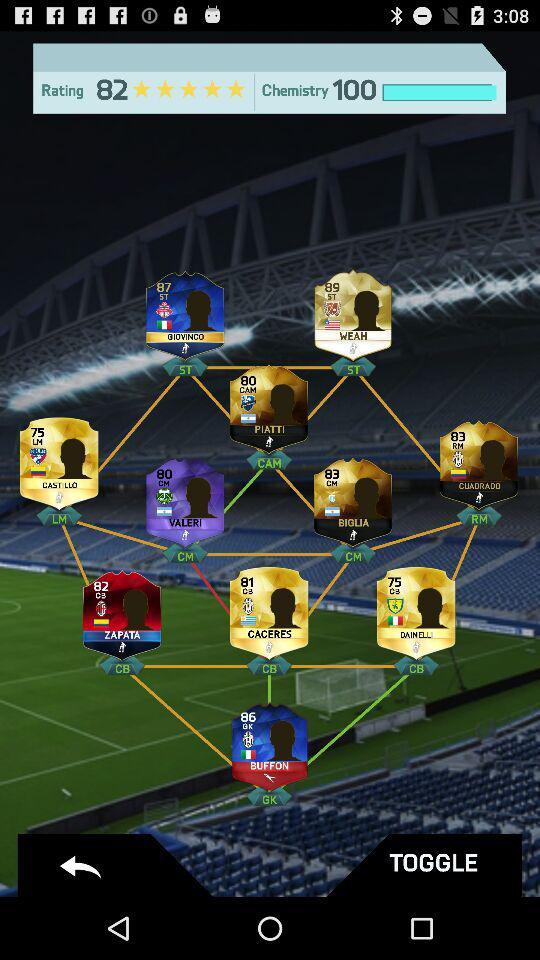 The image size is (540, 960). I want to click on change player, so click(185, 496).